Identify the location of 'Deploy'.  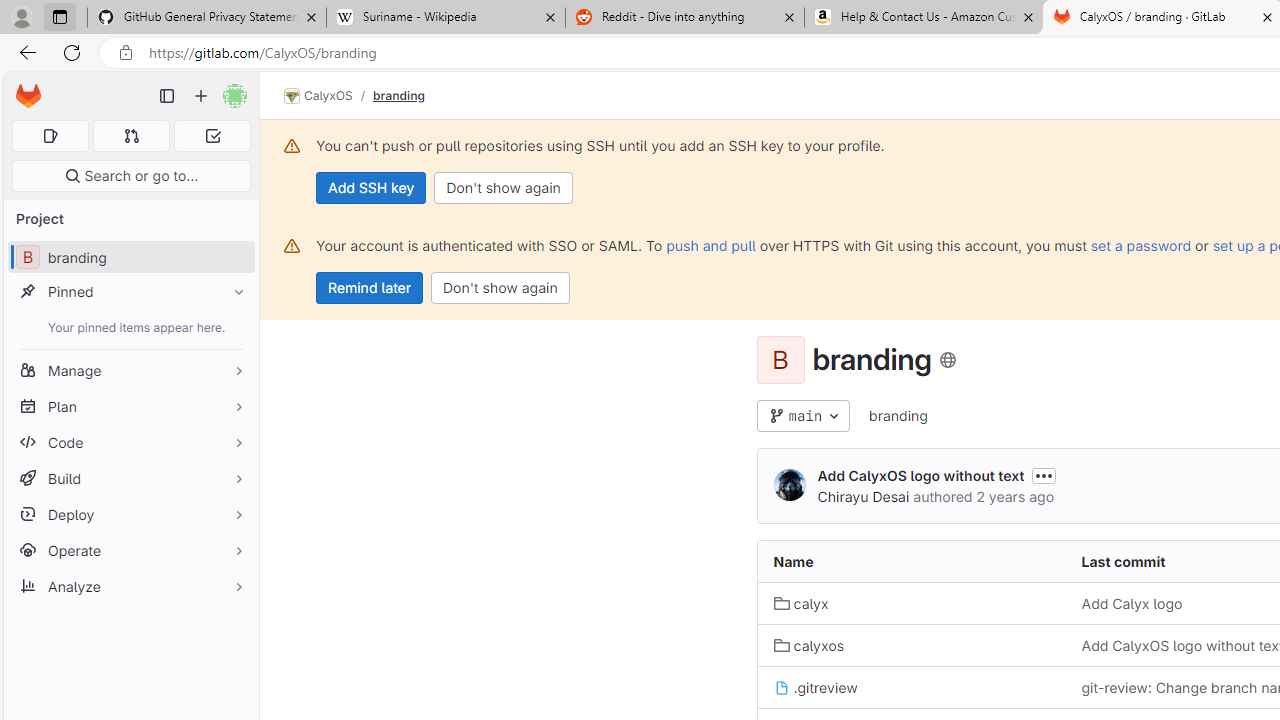
(130, 513).